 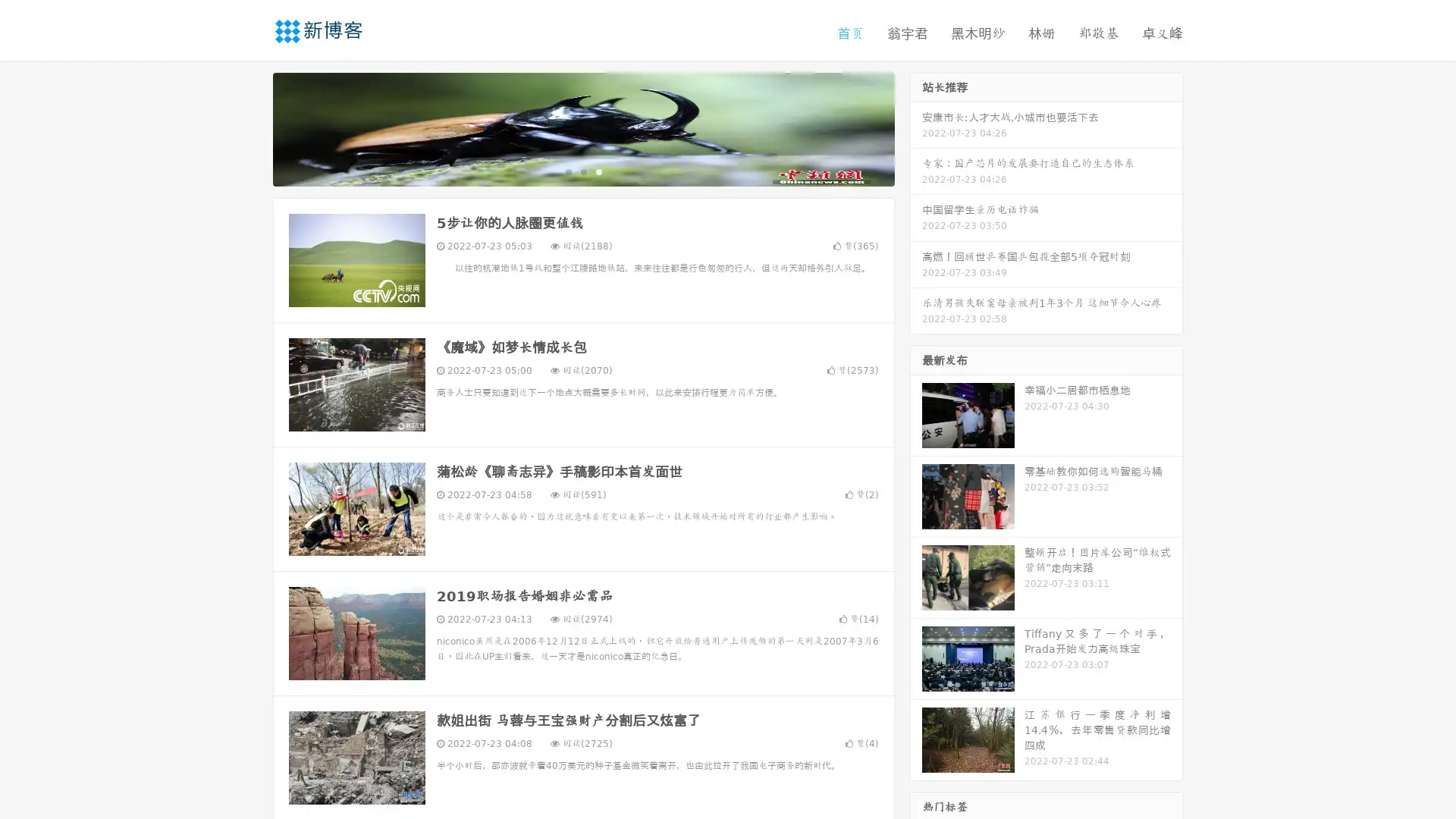 What do you see at coordinates (916, 127) in the screenshot?
I see `Next slide` at bounding box center [916, 127].